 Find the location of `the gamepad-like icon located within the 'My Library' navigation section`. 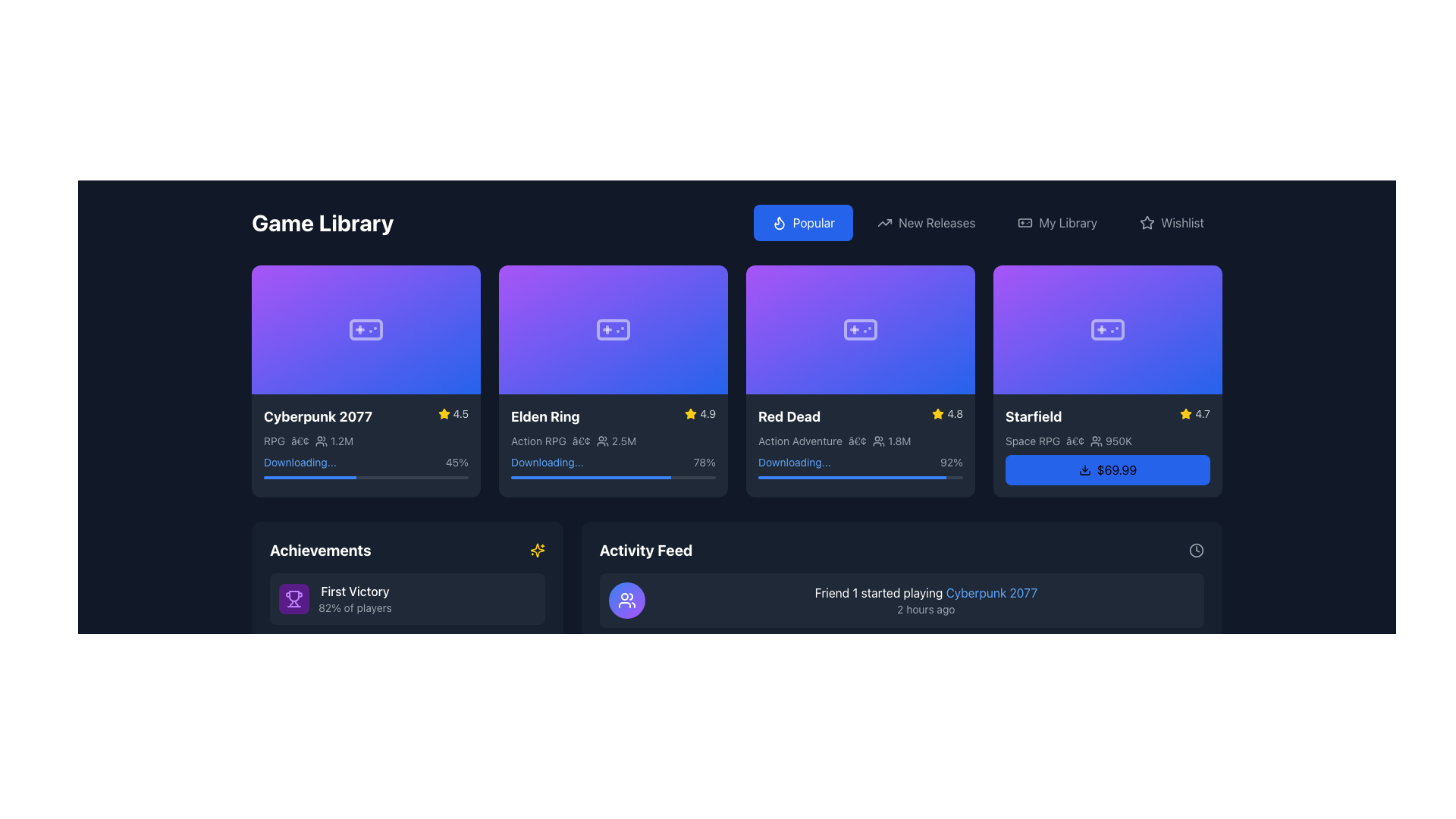

the gamepad-like icon located within the 'My Library' navigation section is located at coordinates (1025, 222).